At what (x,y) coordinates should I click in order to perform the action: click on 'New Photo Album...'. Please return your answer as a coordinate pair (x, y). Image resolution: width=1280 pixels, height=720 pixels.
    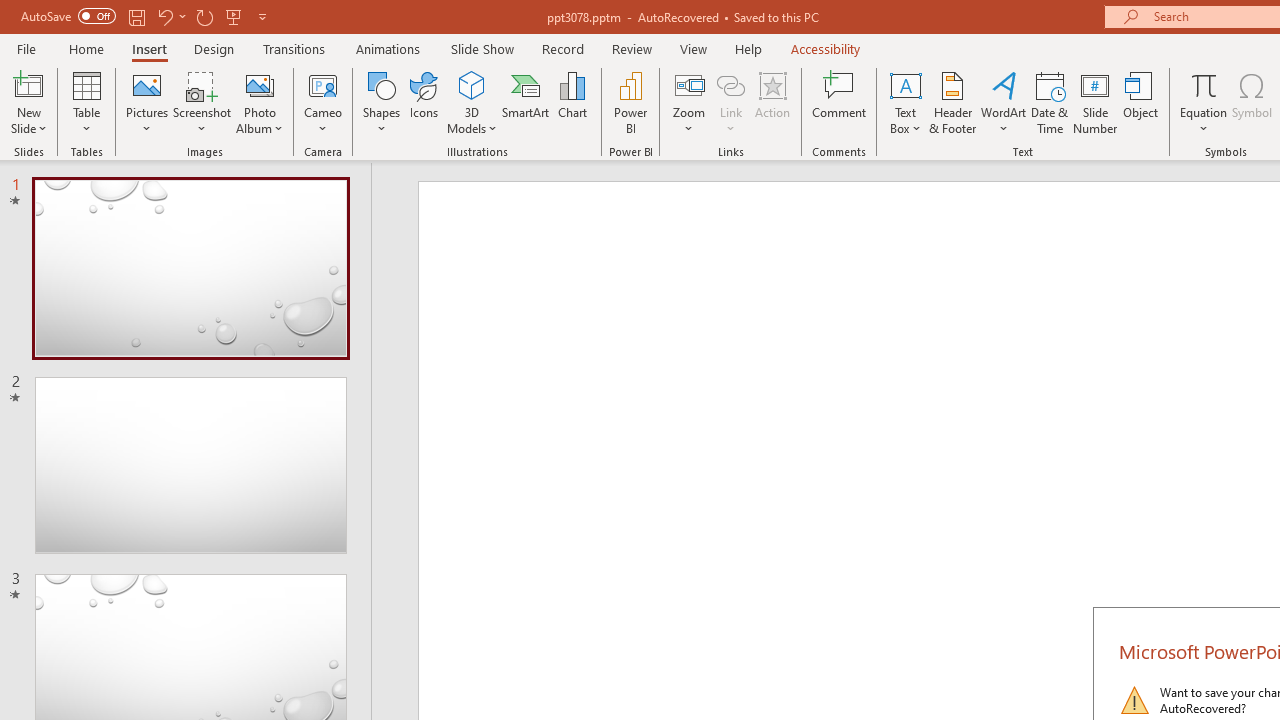
    Looking at the image, I should click on (258, 84).